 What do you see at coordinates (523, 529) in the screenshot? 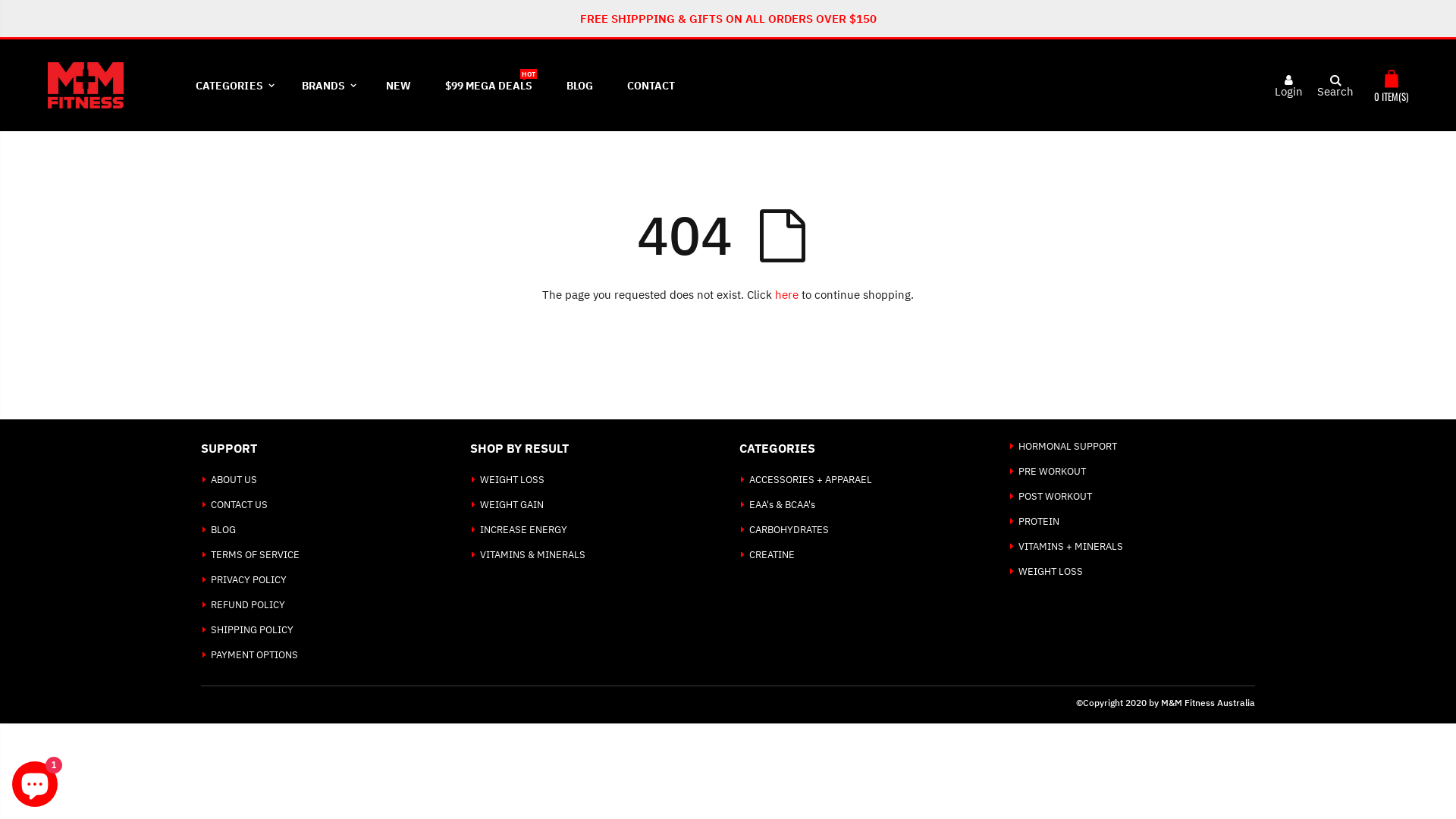
I see `'INCREASE ENERGY'` at bounding box center [523, 529].